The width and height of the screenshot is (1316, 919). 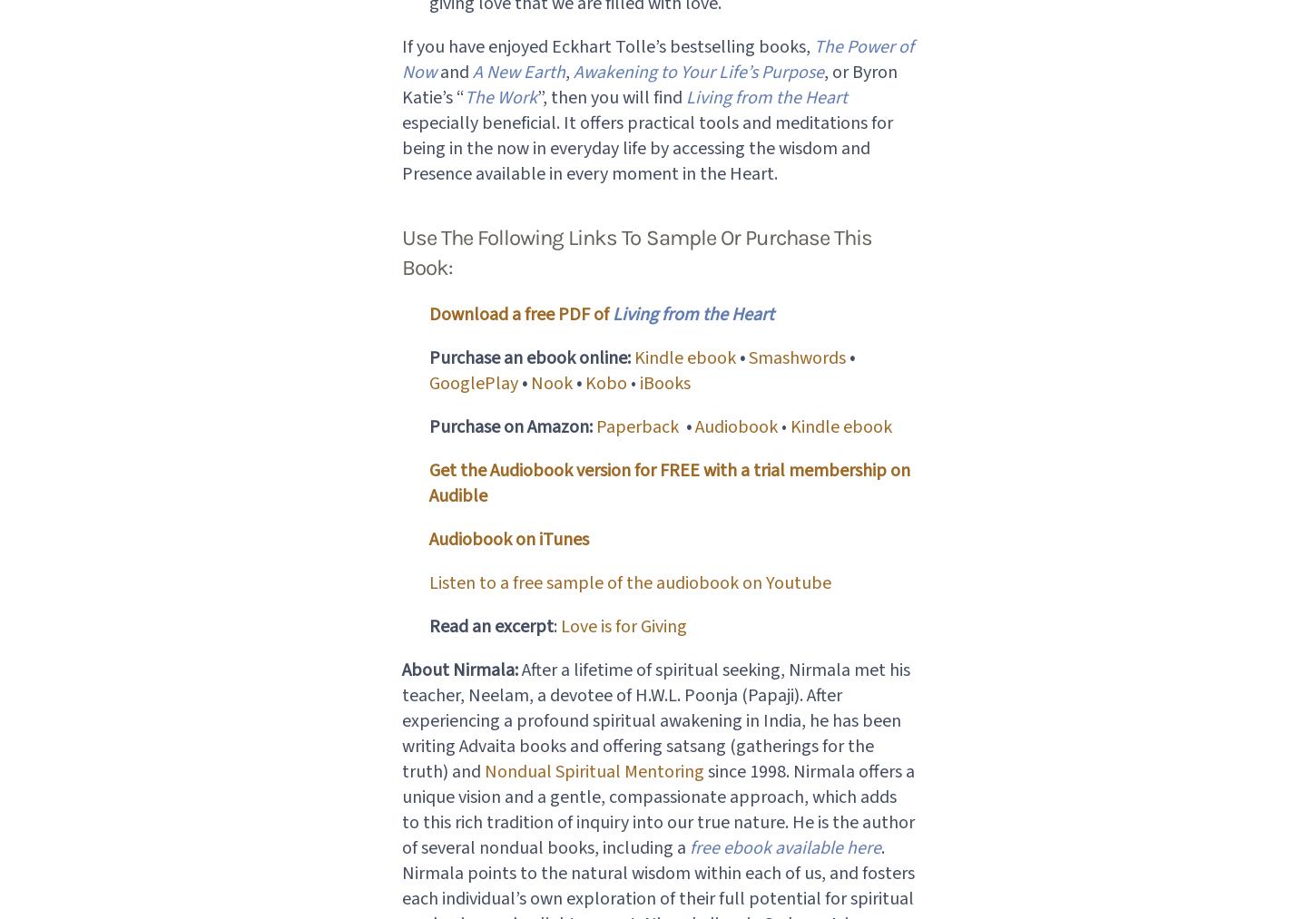 I want to click on 'le', so click(x=668, y=357).